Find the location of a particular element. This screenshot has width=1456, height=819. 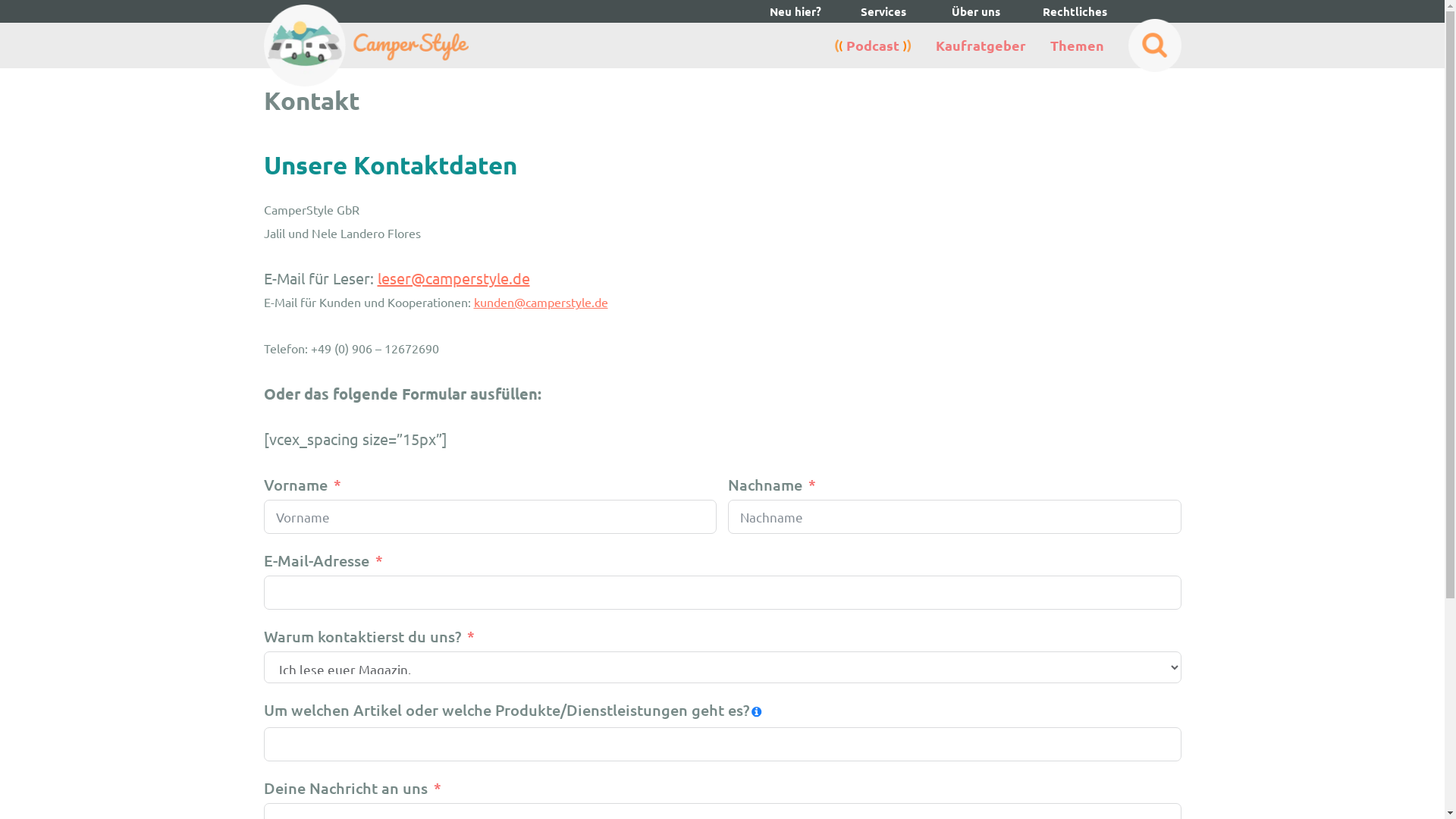

'Kaufratgeber' is located at coordinates (934, 45).